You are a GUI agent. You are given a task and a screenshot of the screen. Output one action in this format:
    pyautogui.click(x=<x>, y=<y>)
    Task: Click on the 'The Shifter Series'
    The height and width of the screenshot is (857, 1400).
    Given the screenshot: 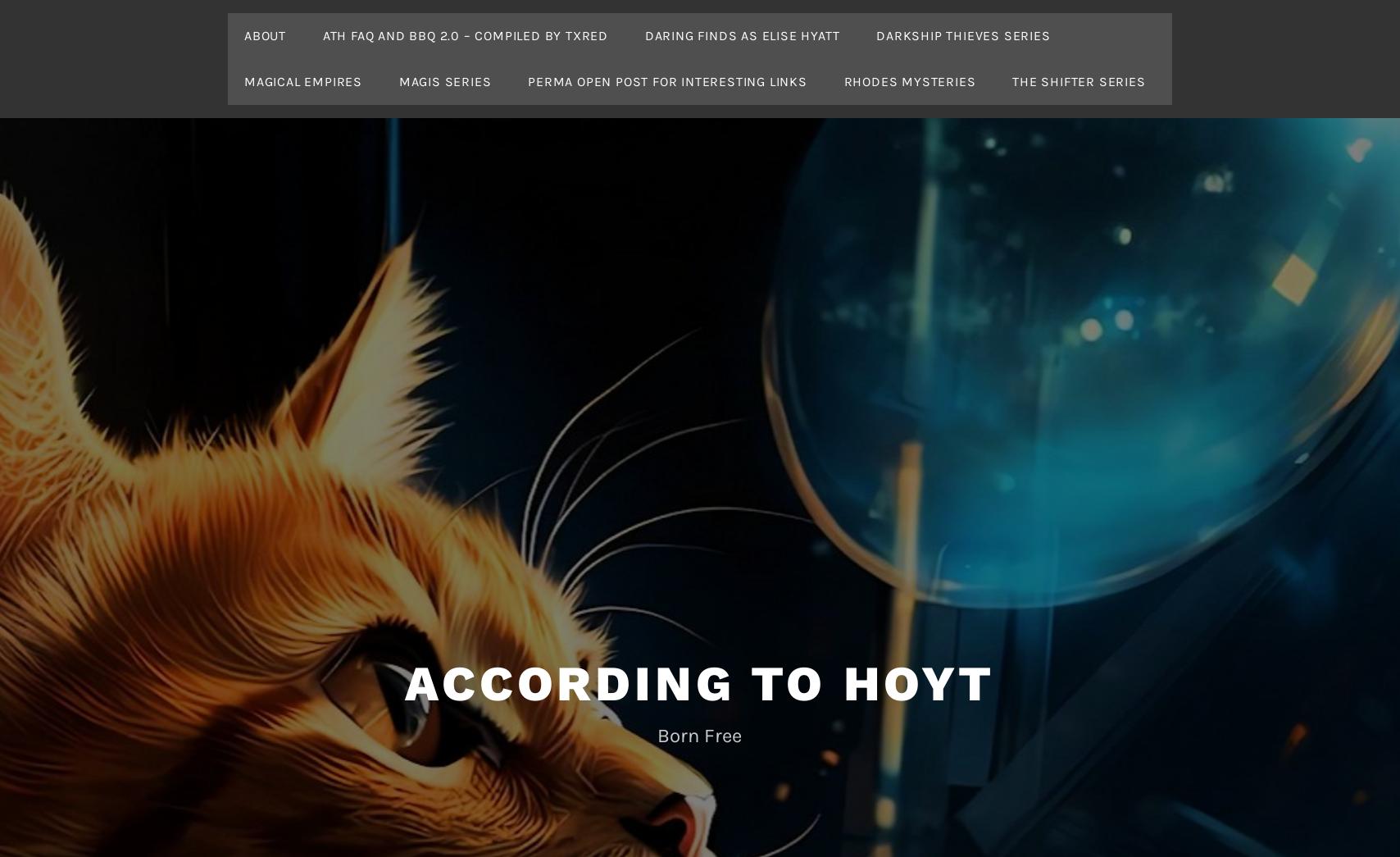 What is the action you would take?
    pyautogui.click(x=1079, y=81)
    